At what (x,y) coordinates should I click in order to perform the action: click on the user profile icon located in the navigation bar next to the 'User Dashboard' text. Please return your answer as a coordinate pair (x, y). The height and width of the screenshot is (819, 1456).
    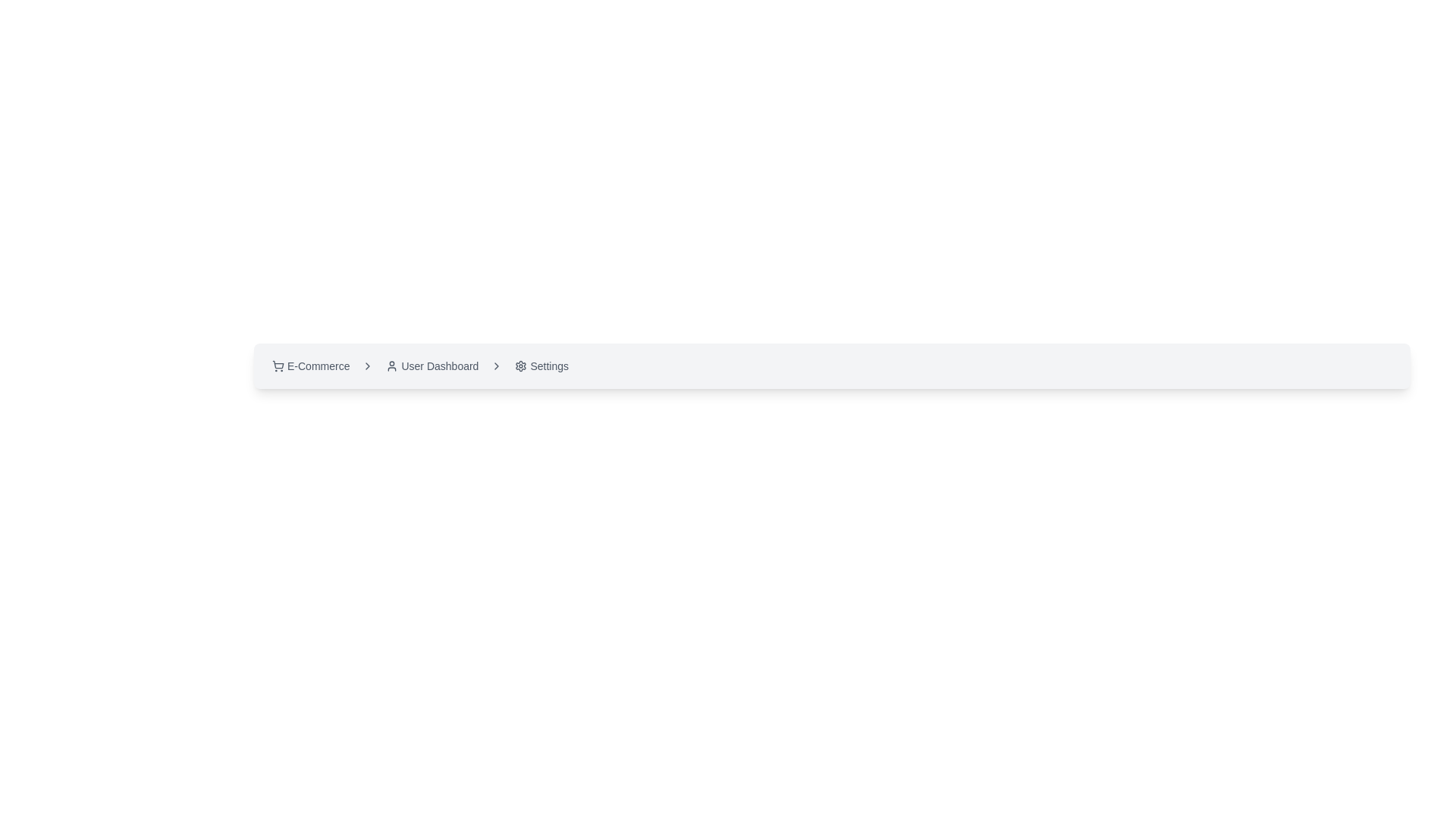
    Looking at the image, I should click on (392, 366).